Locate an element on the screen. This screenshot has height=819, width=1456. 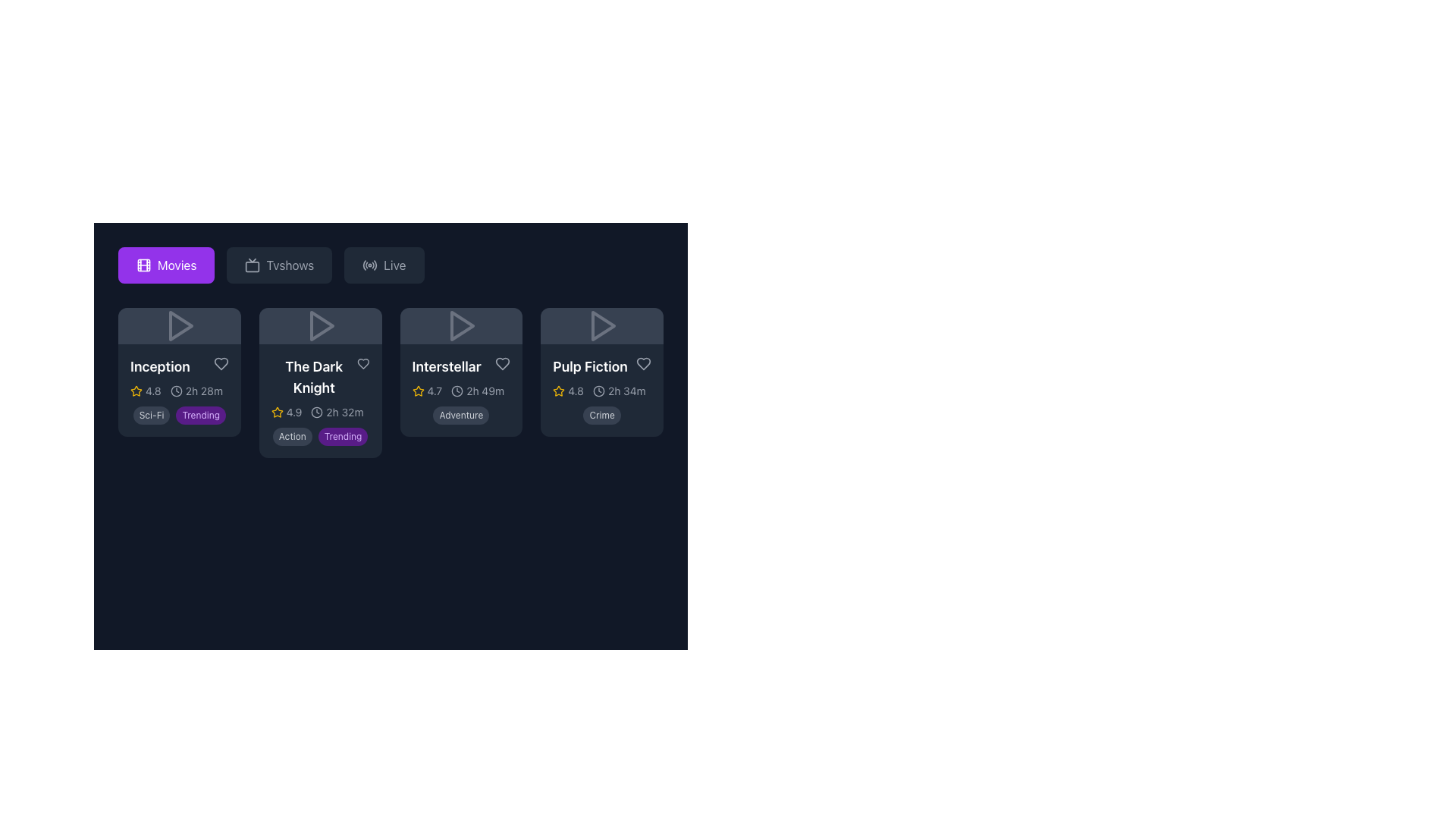
the numeric rating '4.7' displayed alongside the yellow star icon in the third card labeled 'Interstellar', located at the bottom-left corner of the card is located at coordinates (426, 391).